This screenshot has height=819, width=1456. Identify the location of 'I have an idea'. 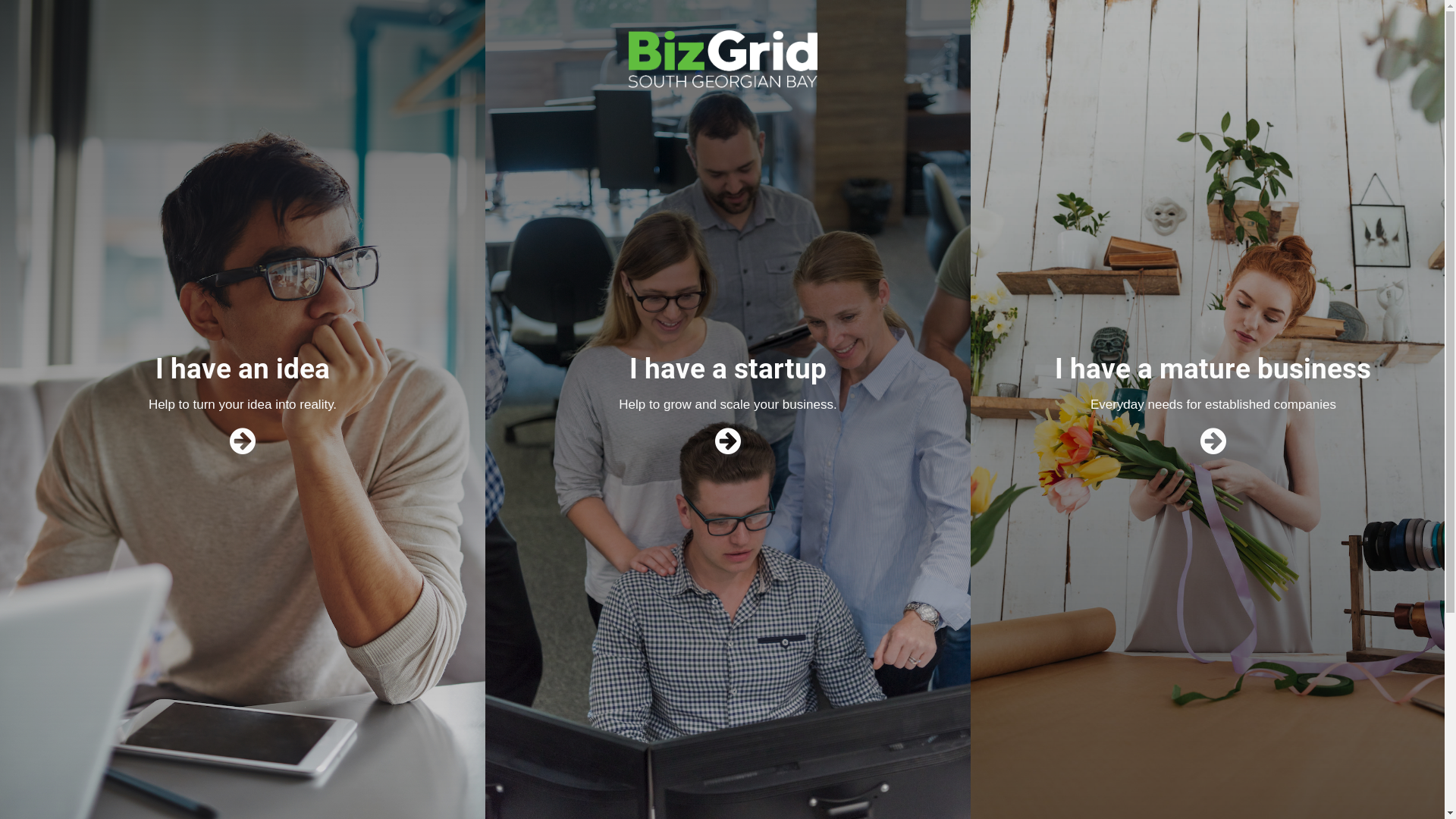
(243, 369).